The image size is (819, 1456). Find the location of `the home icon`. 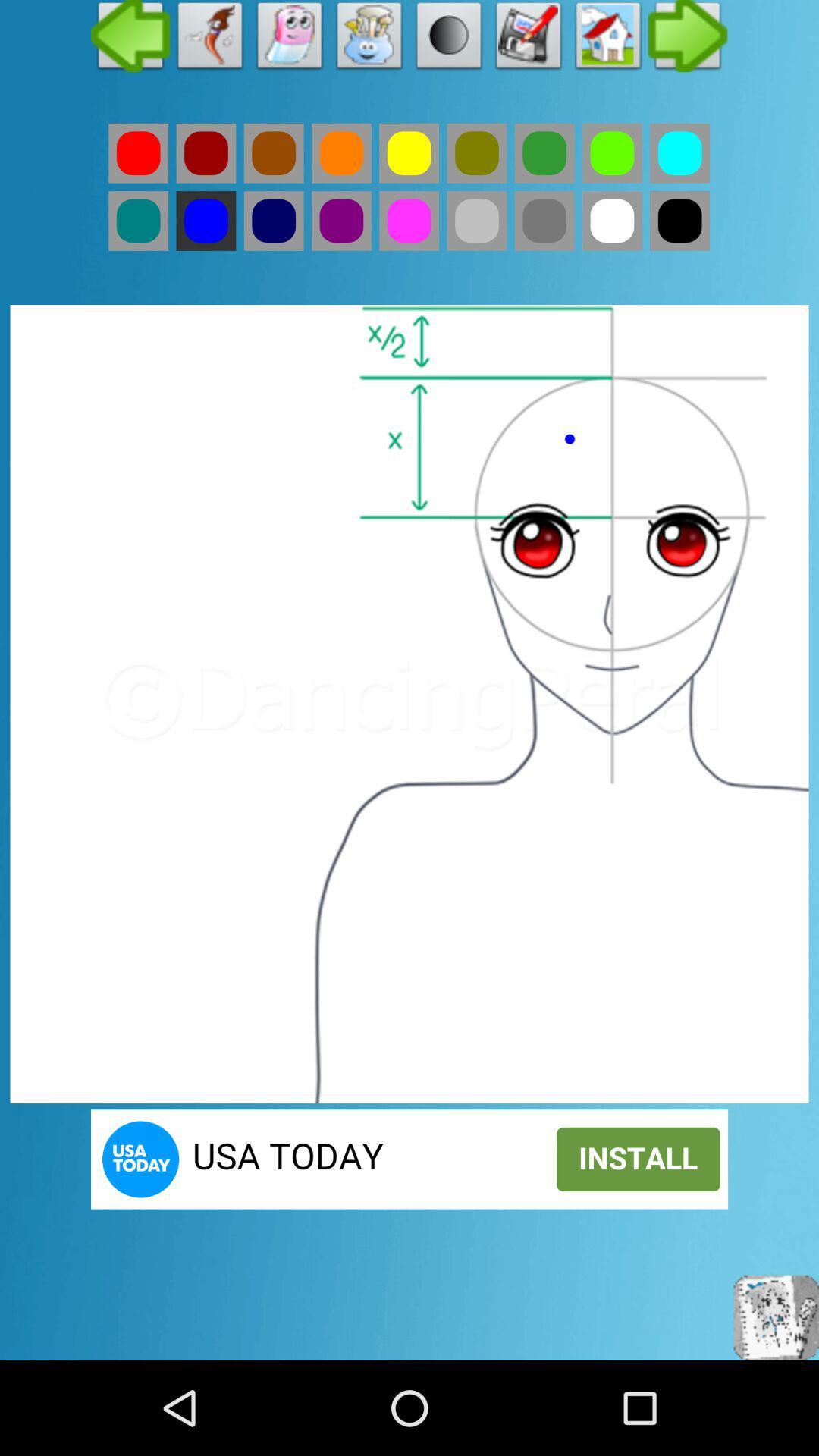

the home icon is located at coordinates (607, 42).